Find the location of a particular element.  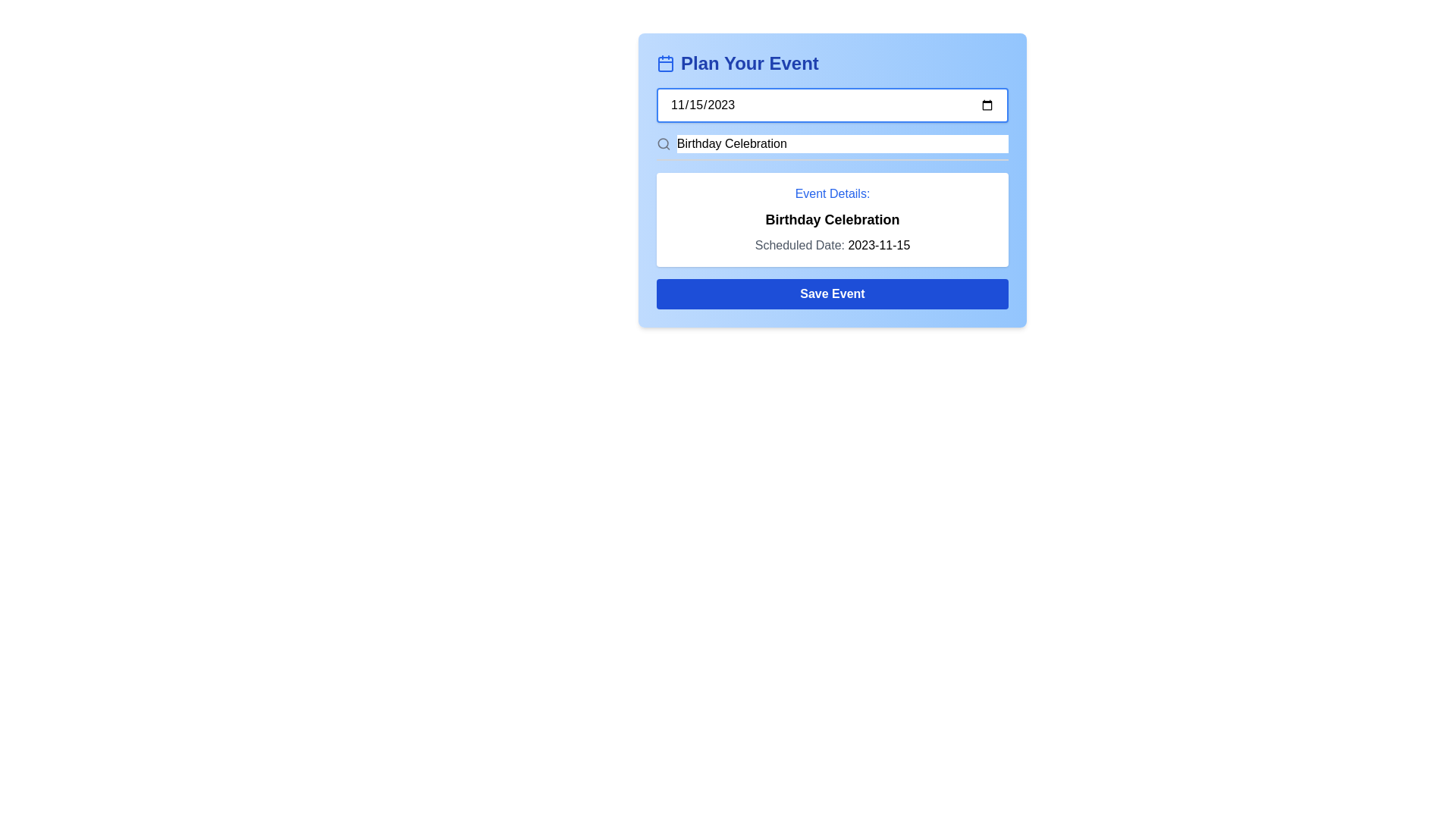

the save button located below the 'Event Details: Birthday Celebration Scheduled Date: 2023-11-15' text is located at coordinates (832, 294).